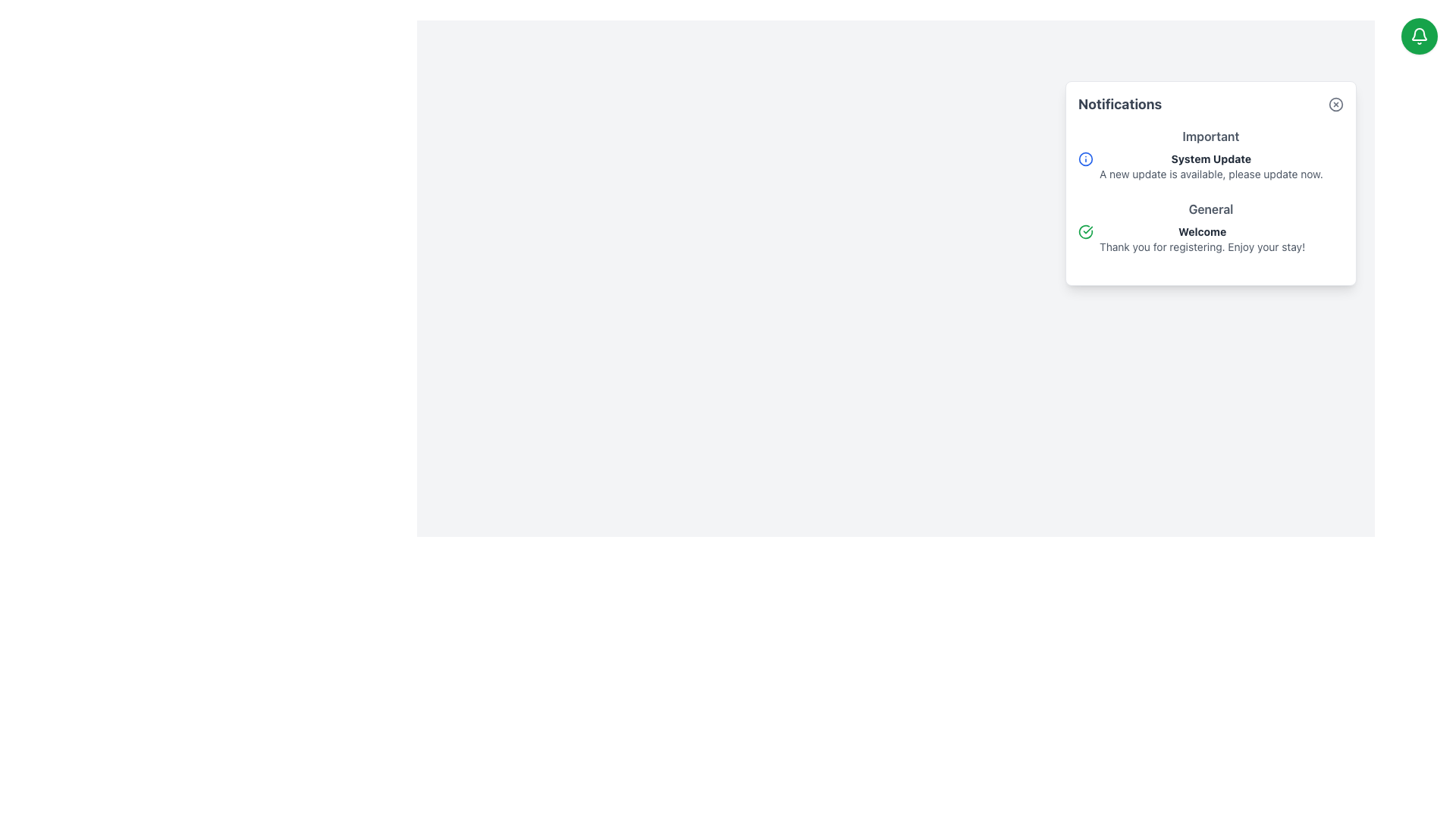 The image size is (1456, 819). Describe the element at coordinates (1084, 158) in the screenshot. I see `the circle graphic element that represents the 'Important' message associated with 'System Update' within the notification card` at that location.